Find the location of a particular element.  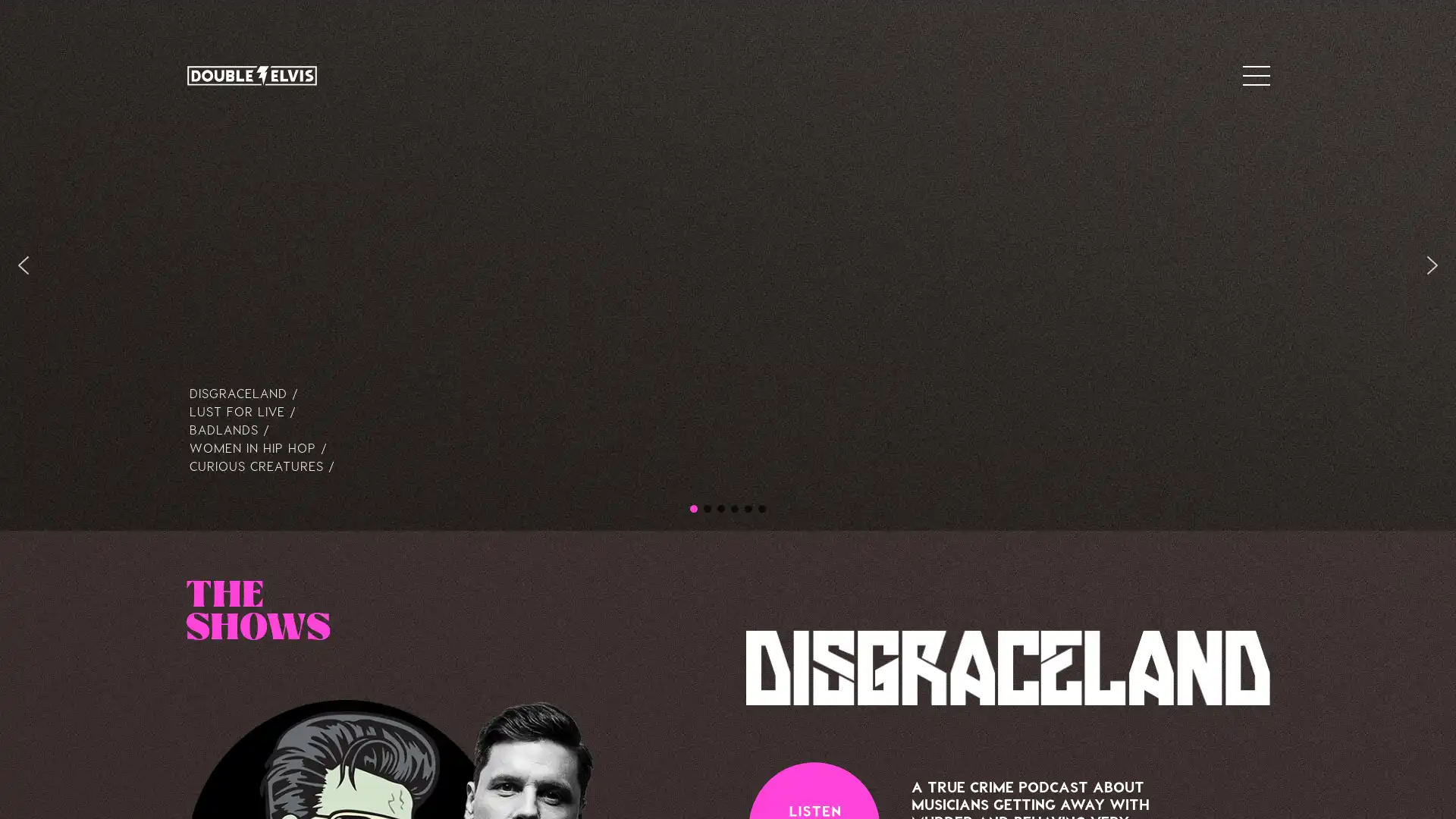

next arrow is located at coordinates (1432, 265).